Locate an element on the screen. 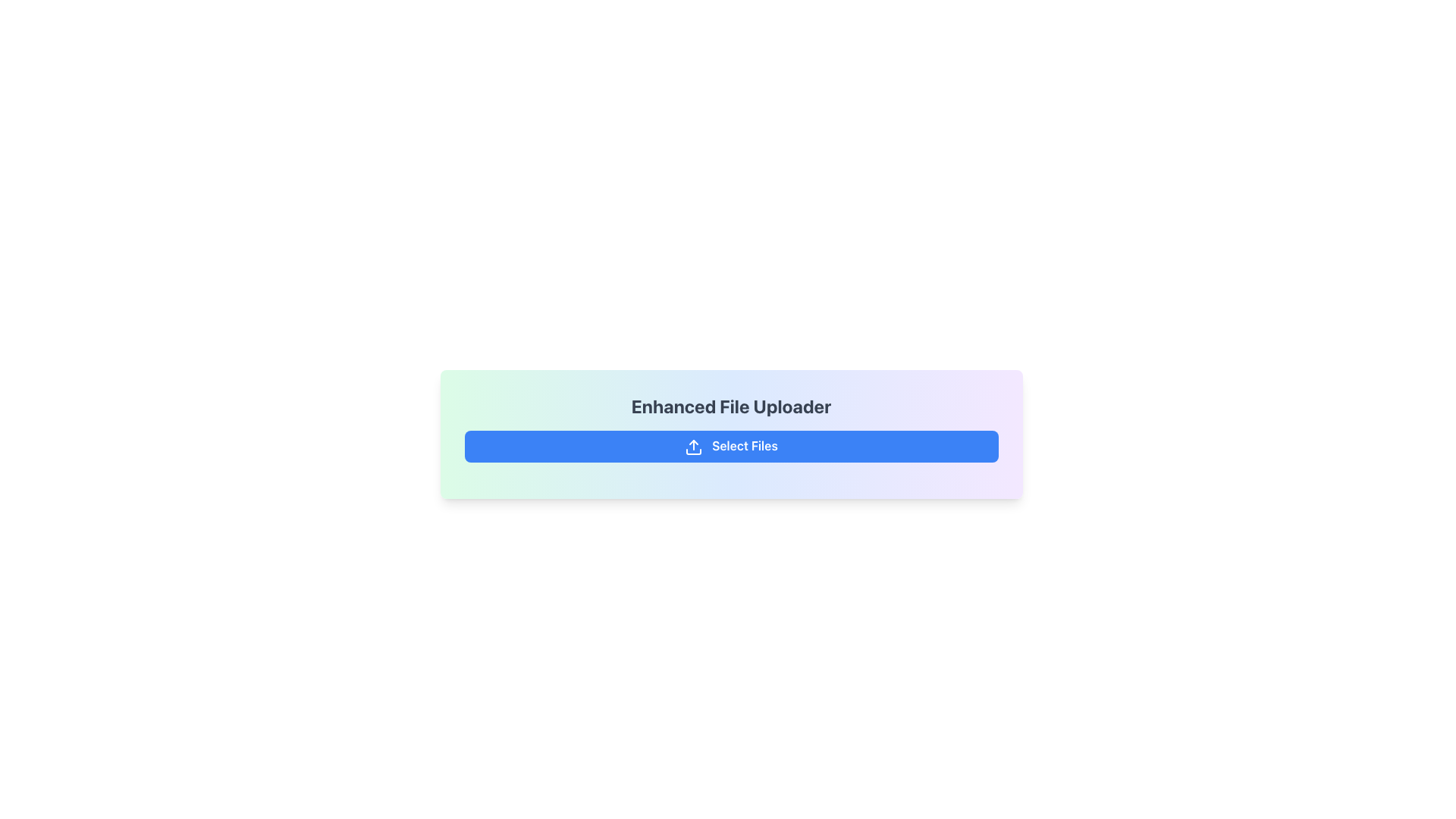 This screenshot has height=819, width=1456. the rectangular button with a bold blue background labeled 'Select Files' to observe the hover effect is located at coordinates (731, 445).